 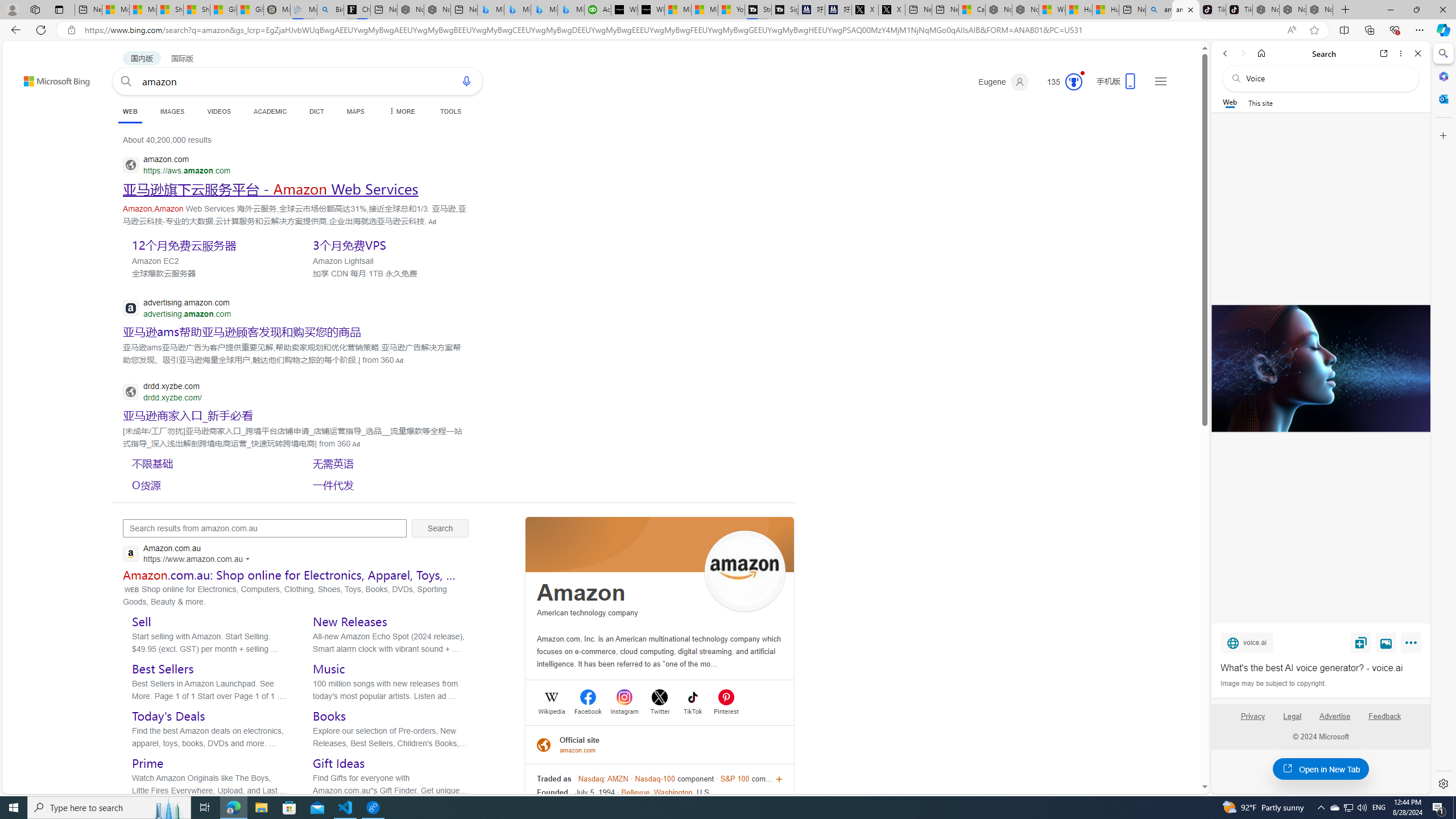 What do you see at coordinates (466, 80) in the screenshot?
I see `'Search using voice'` at bounding box center [466, 80].